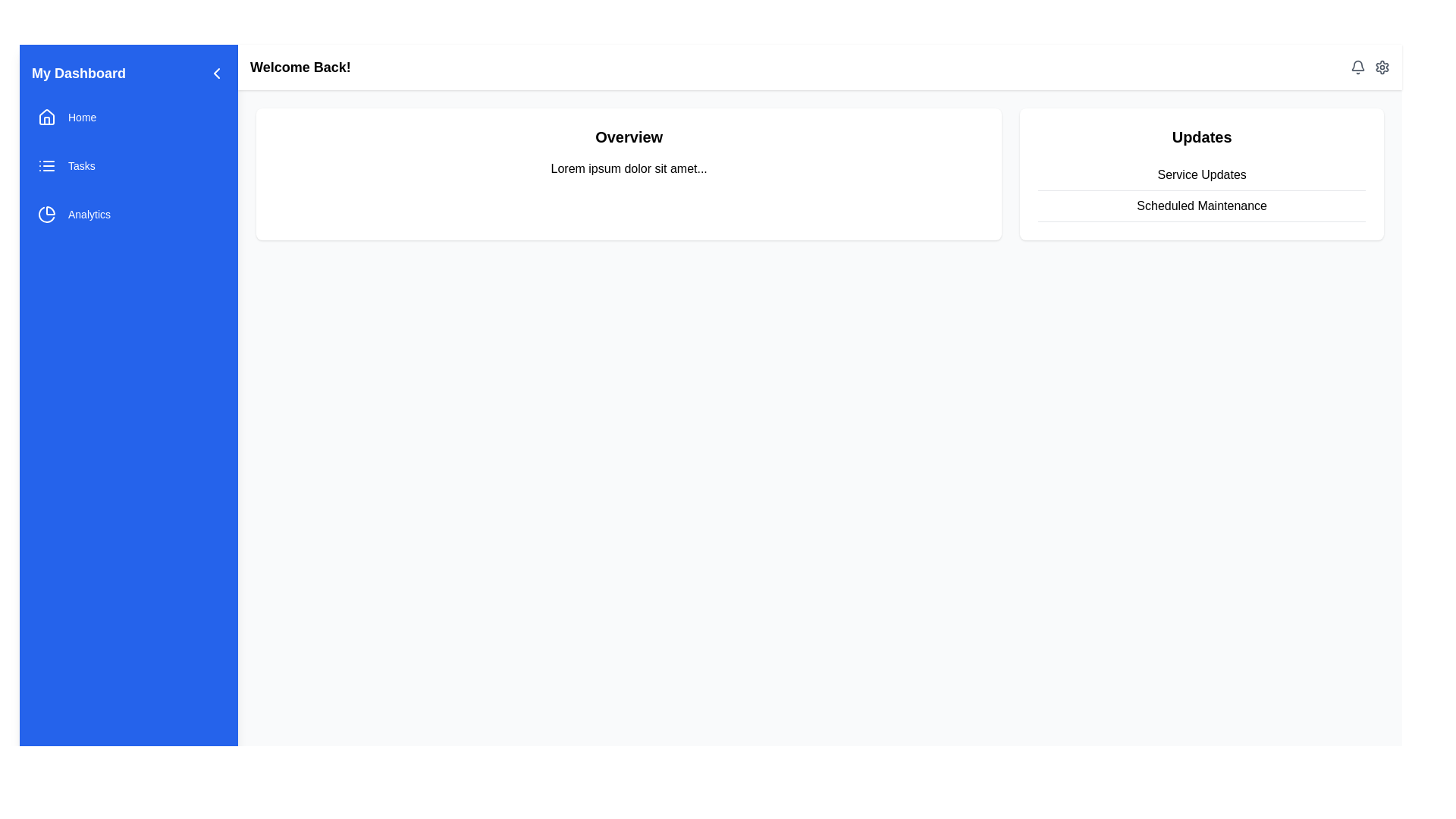 This screenshot has height=819, width=1456. What do you see at coordinates (216, 73) in the screenshot?
I see `the left-facing chevron icon button in the top-right corner of the blue sidebar` at bounding box center [216, 73].